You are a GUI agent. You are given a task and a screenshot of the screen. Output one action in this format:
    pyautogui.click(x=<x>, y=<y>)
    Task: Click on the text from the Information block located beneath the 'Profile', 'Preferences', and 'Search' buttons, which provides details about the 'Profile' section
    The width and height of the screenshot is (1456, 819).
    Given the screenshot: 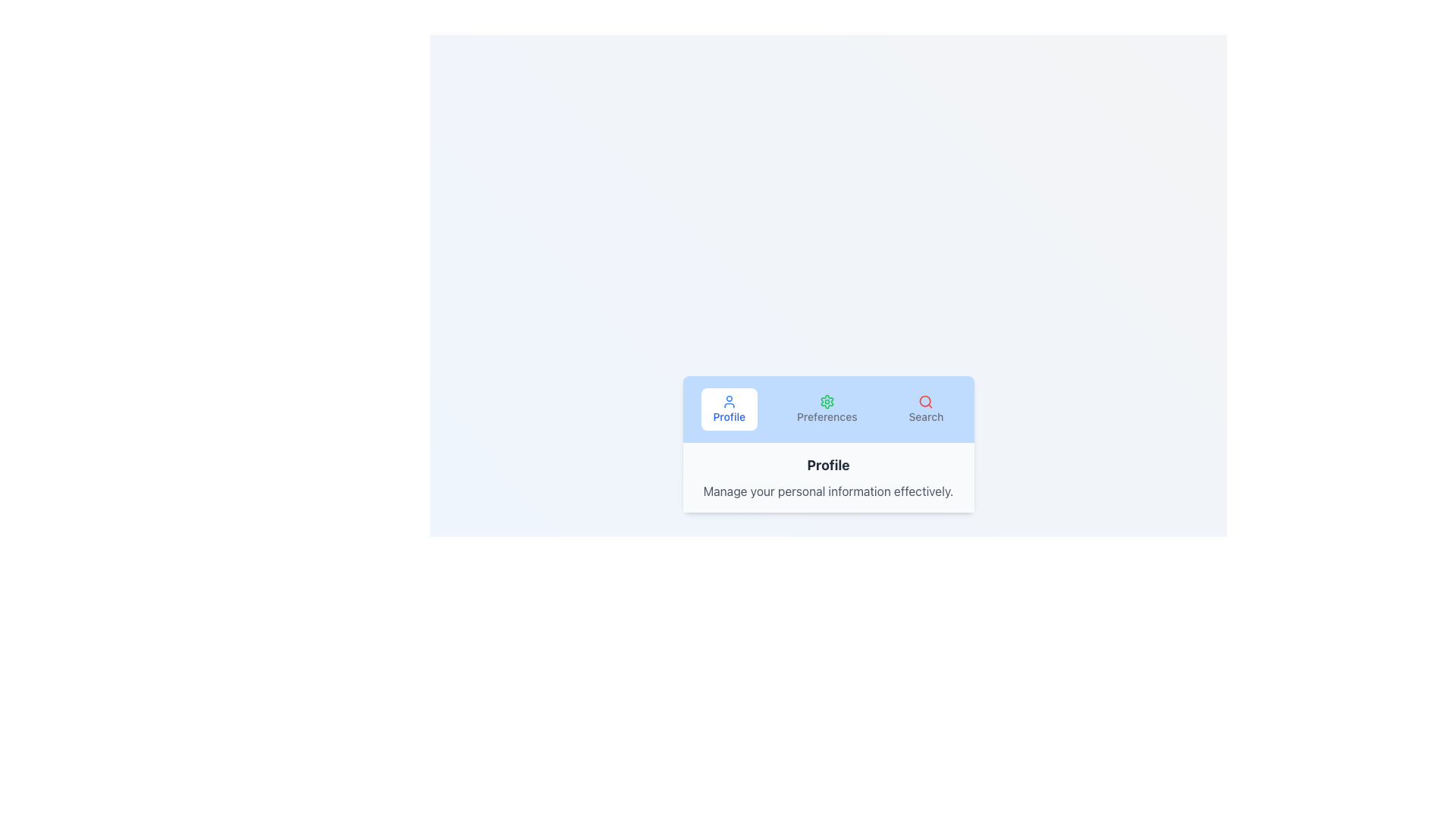 What is the action you would take?
    pyautogui.click(x=827, y=476)
    